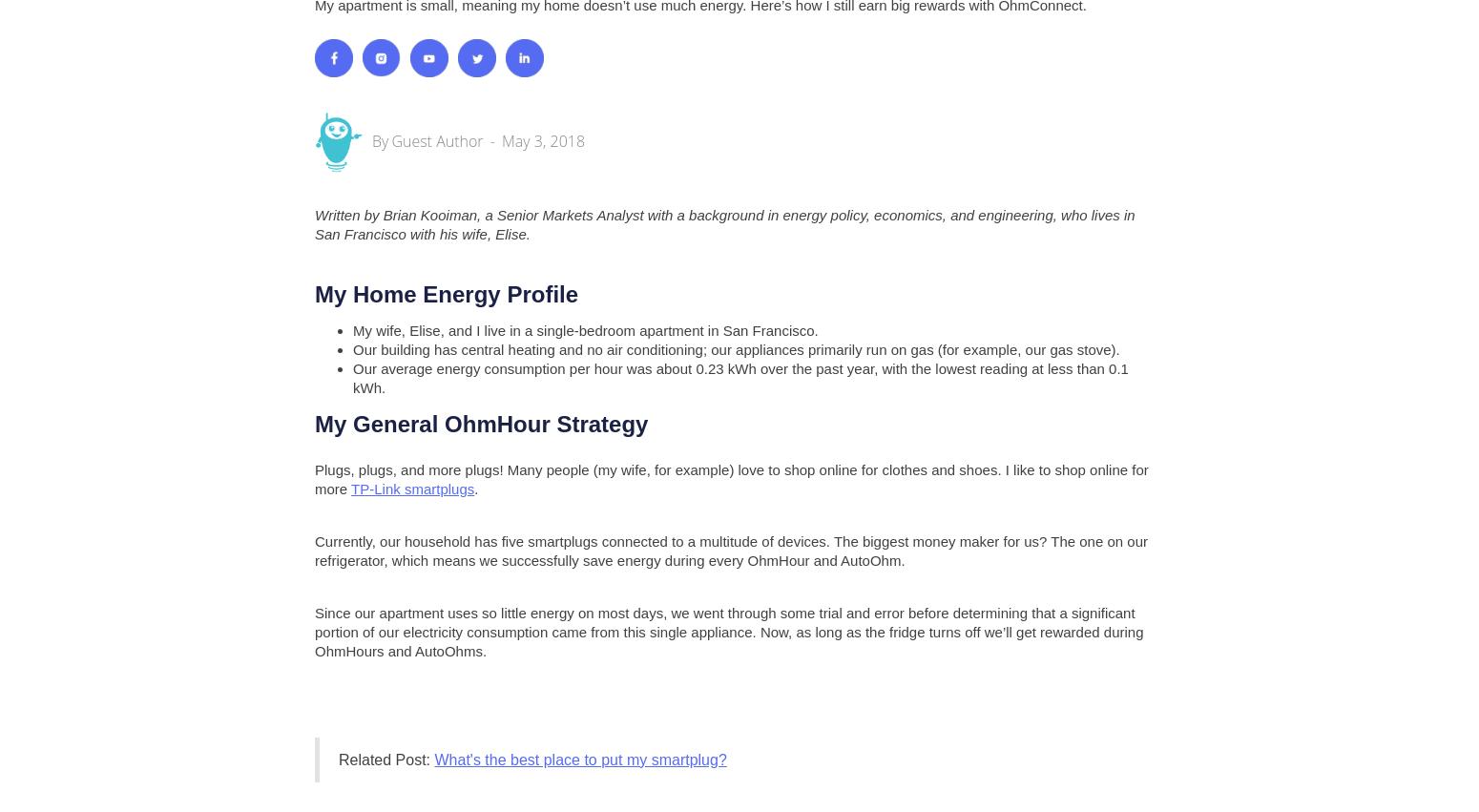  What do you see at coordinates (739, 376) in the screenshot?
I see `'Our average energy consumption per hour was about 0.23 kWh over the past year, with the lowest reading at less than 0.1 kWh.'` at bounding box center [739, 376].